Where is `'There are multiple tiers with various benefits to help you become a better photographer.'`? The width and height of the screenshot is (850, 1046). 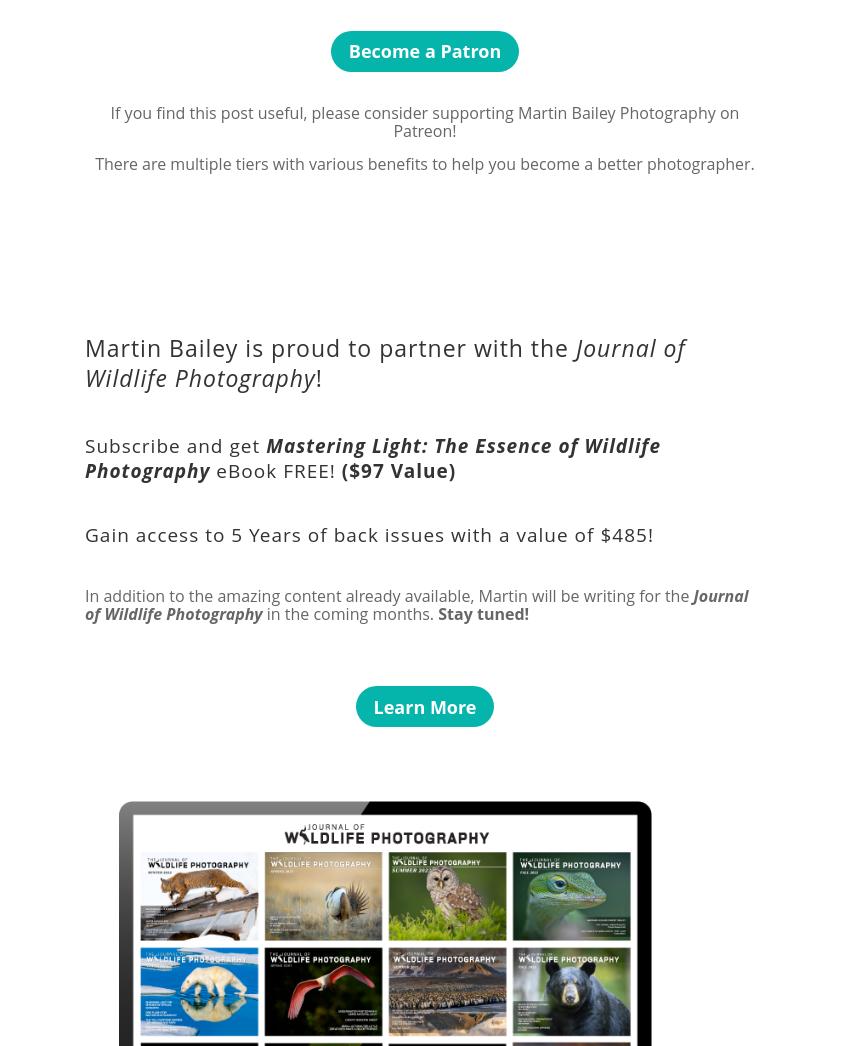 'There are multiple tiers with various benefits to help you become a better photographer.' is located at coordinates (424, 164).